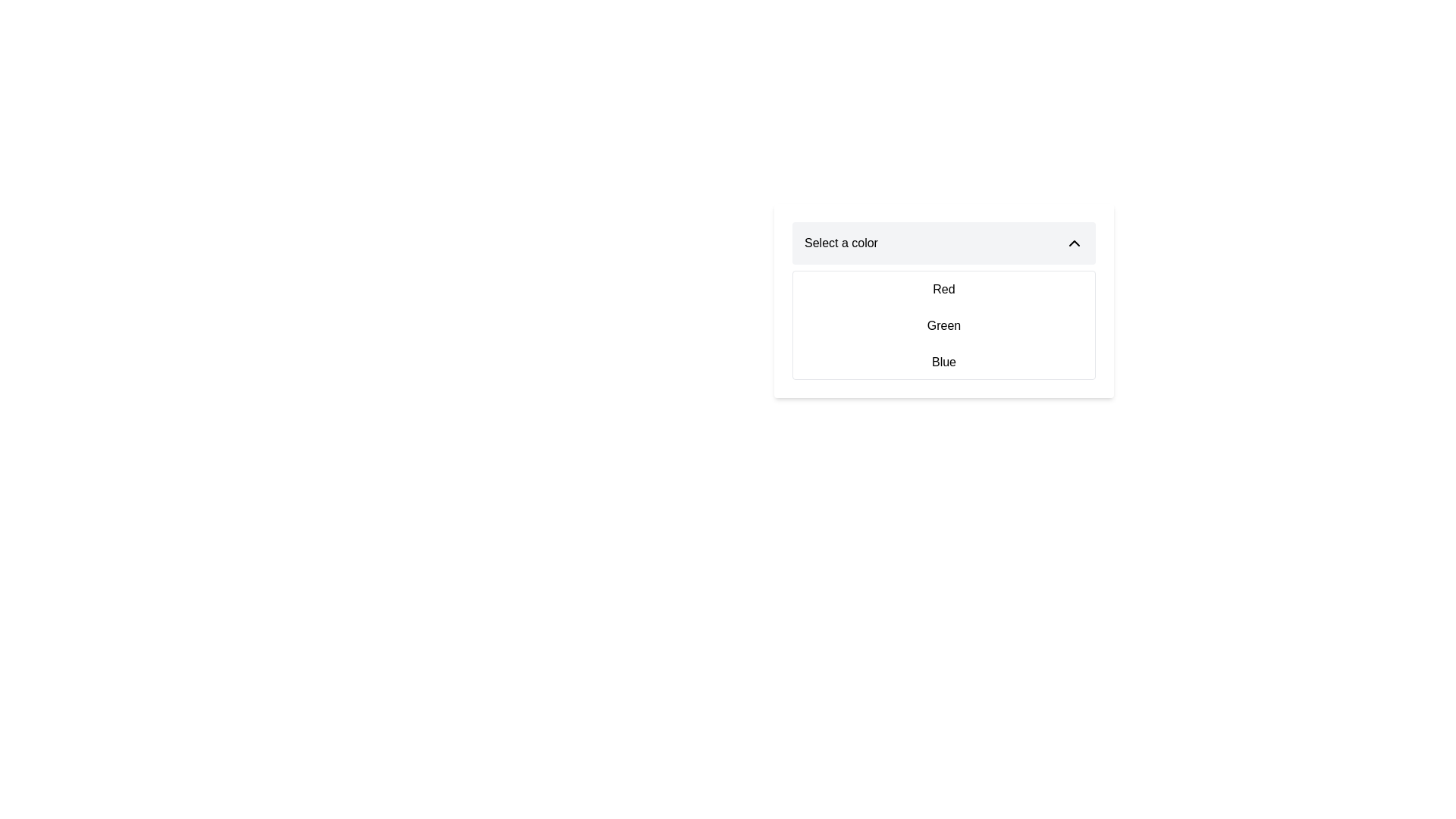 The width and height of the screenshot is (1456, 819). Describe the element at coordinates (943, 325) in the screenshot. I see `the selectable menu item displaying the text 'Green'` at that location.